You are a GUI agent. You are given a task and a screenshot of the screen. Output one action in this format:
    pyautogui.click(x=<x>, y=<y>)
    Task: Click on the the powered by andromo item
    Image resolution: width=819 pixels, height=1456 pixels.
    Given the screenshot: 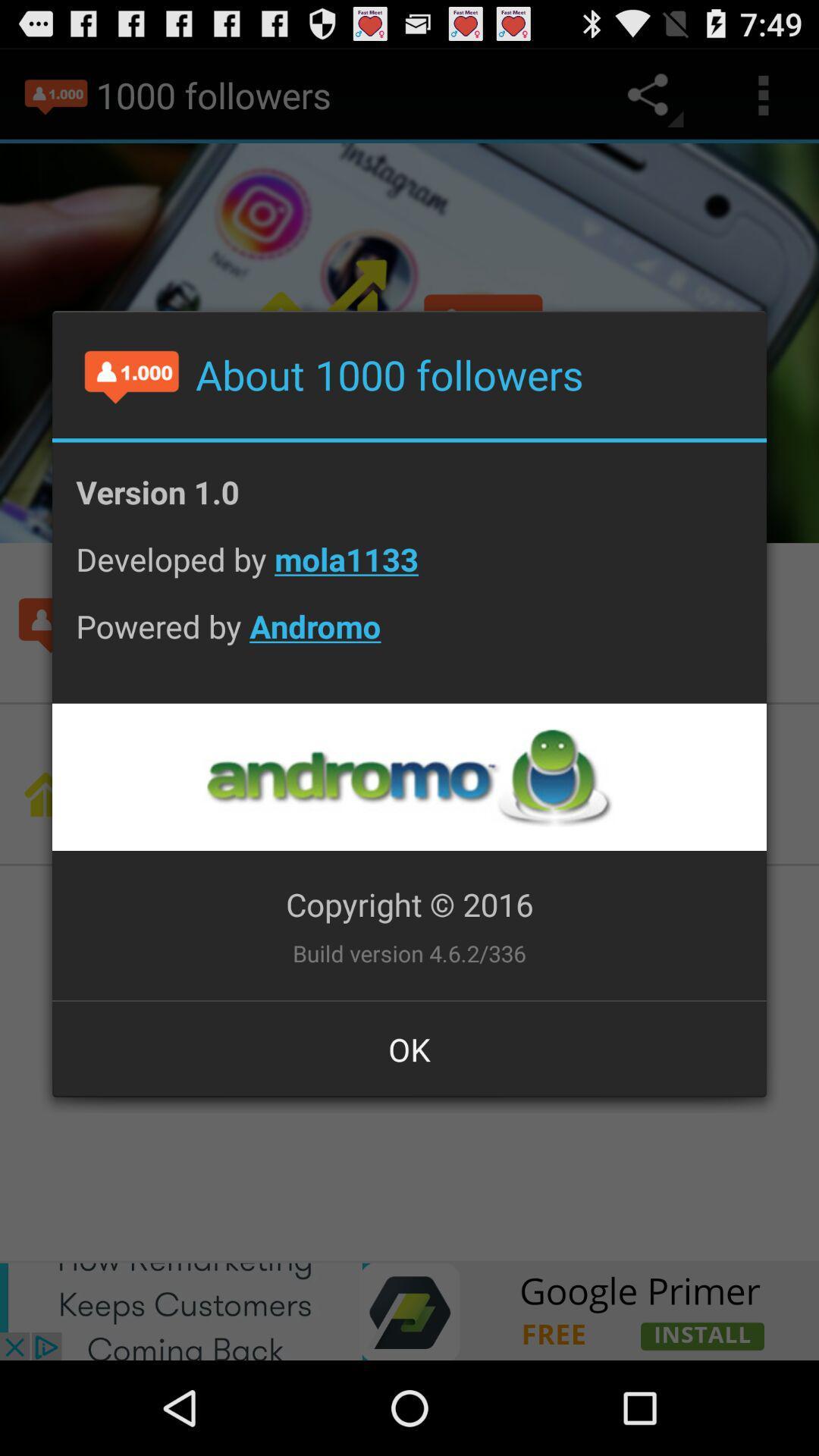 What is the action you would take?
    pyautogui.click(x=409, y=638)
    